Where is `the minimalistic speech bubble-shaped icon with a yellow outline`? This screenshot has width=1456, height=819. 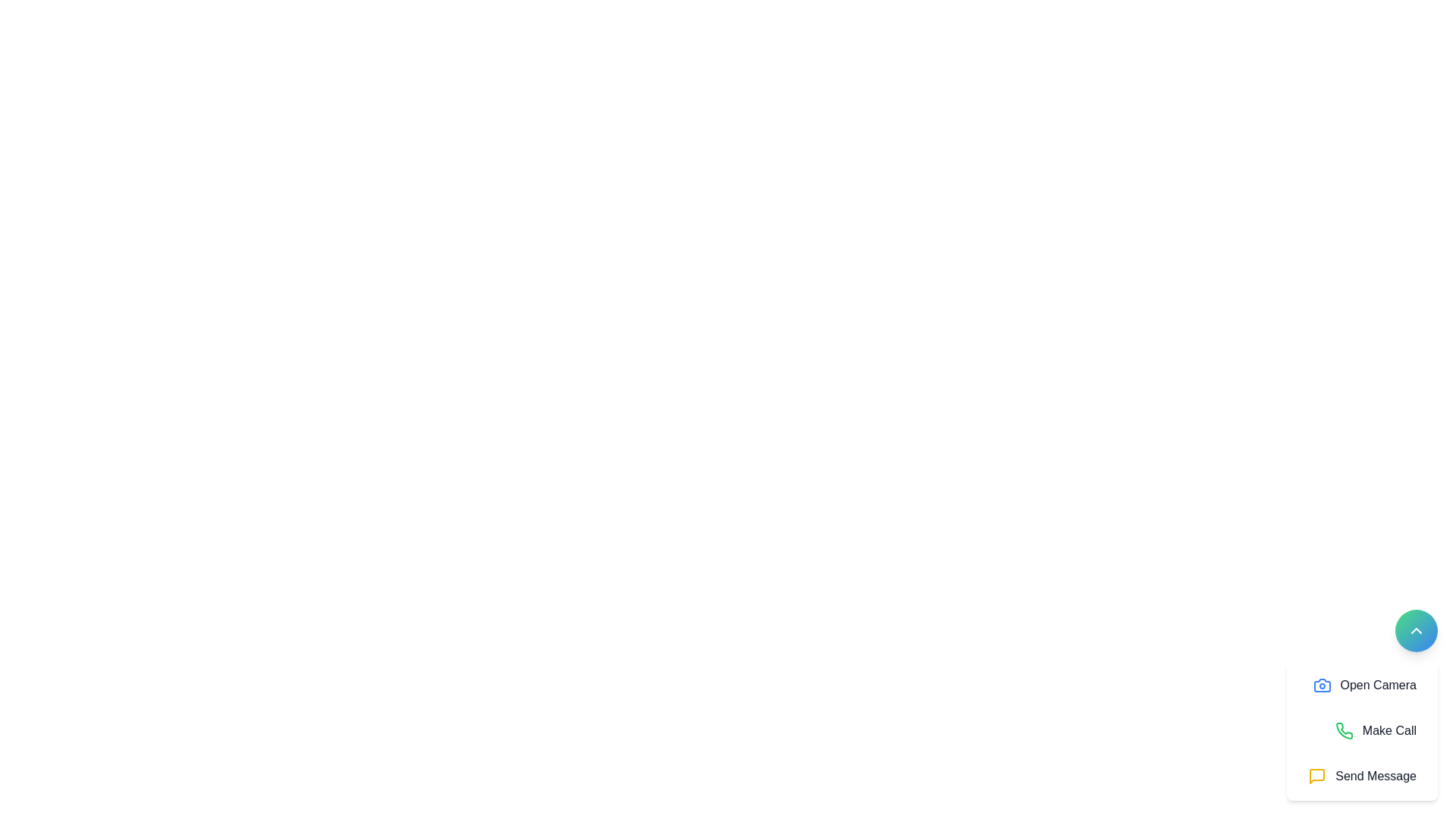
the minimalistic speech bubble-shaped icon with a yellow outline is located at coordinates (1316, 776).